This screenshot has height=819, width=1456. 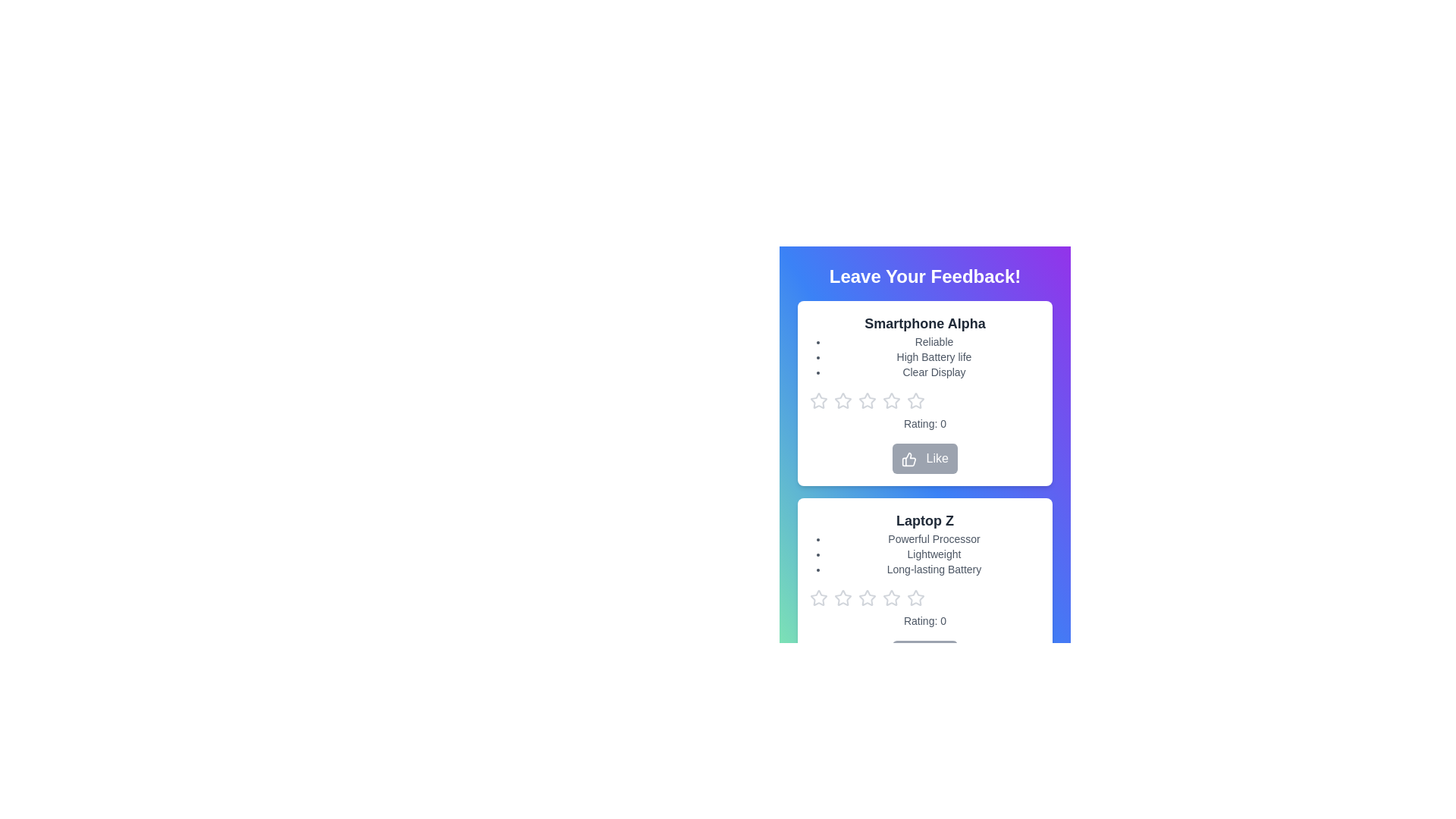 What do you see at coordinates (867, 597) in the screenshot?
I see `the second star in the rating widget below the 'Laptop Z' product description` at bounding box center [867, 597].